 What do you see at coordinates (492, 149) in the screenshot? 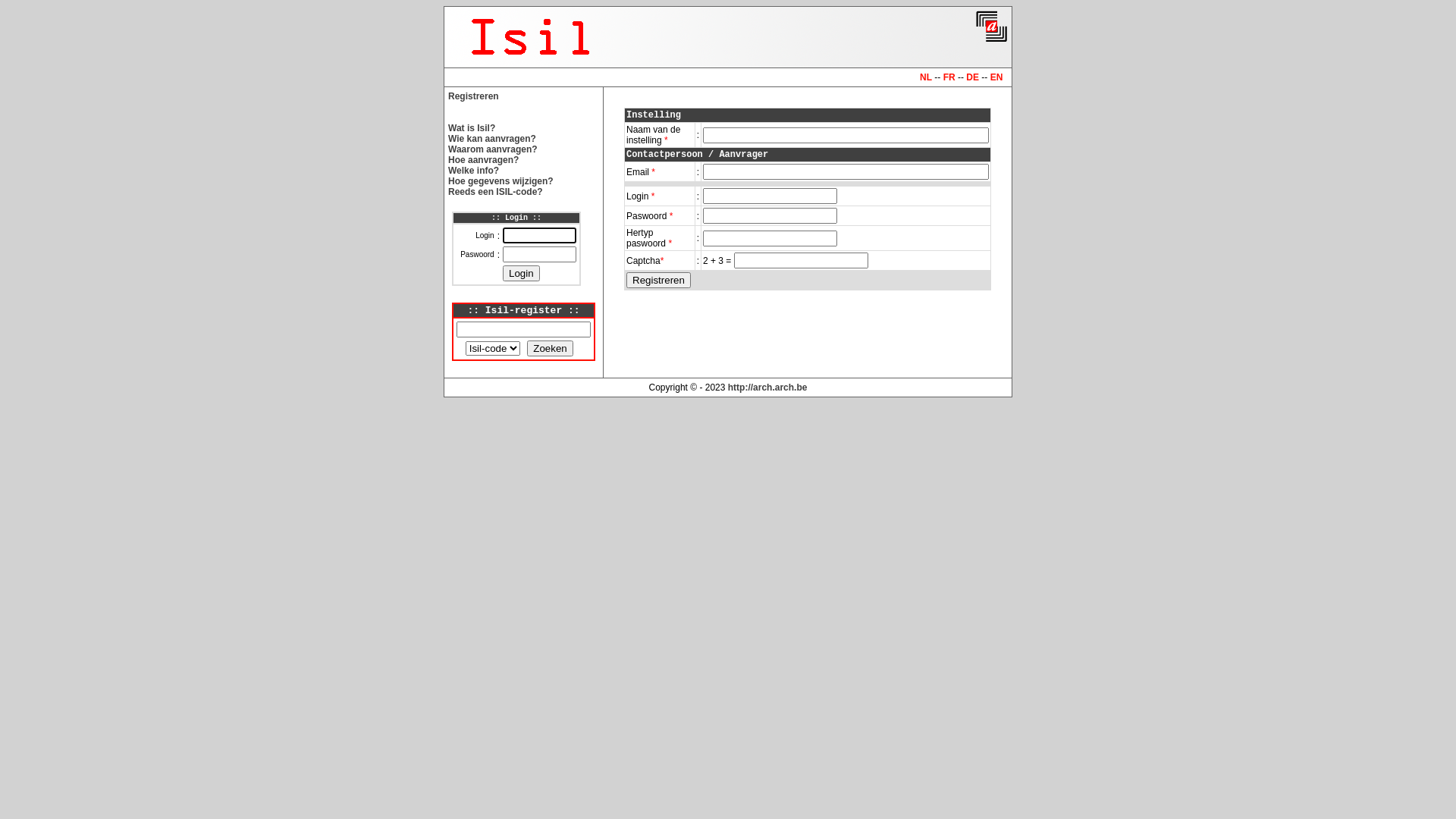
I see `'Waarom aanvragen?'` at bounding box center [492, 149].